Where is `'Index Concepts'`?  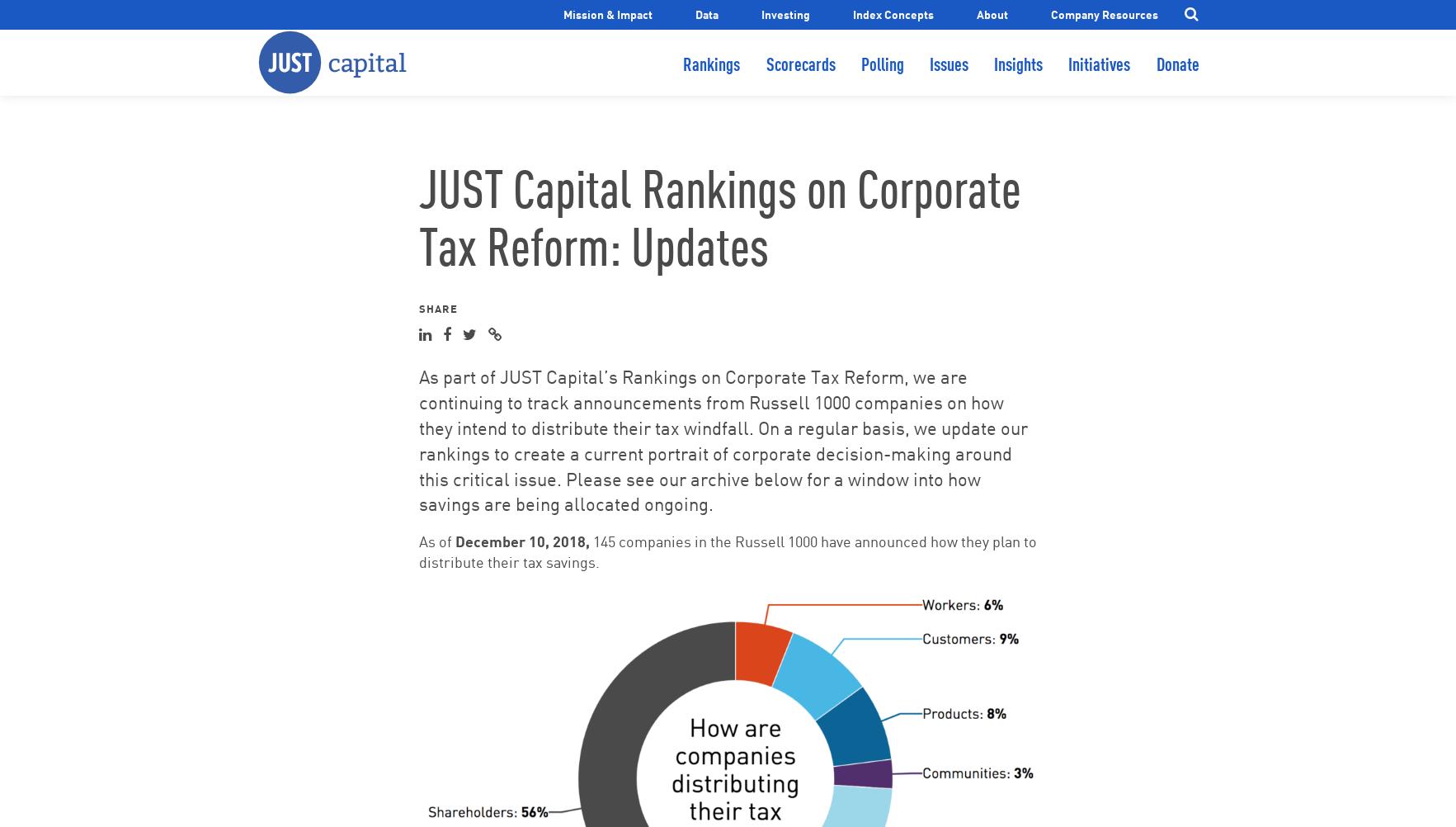
'Index Concepts' is located at coordinates (892, 13).